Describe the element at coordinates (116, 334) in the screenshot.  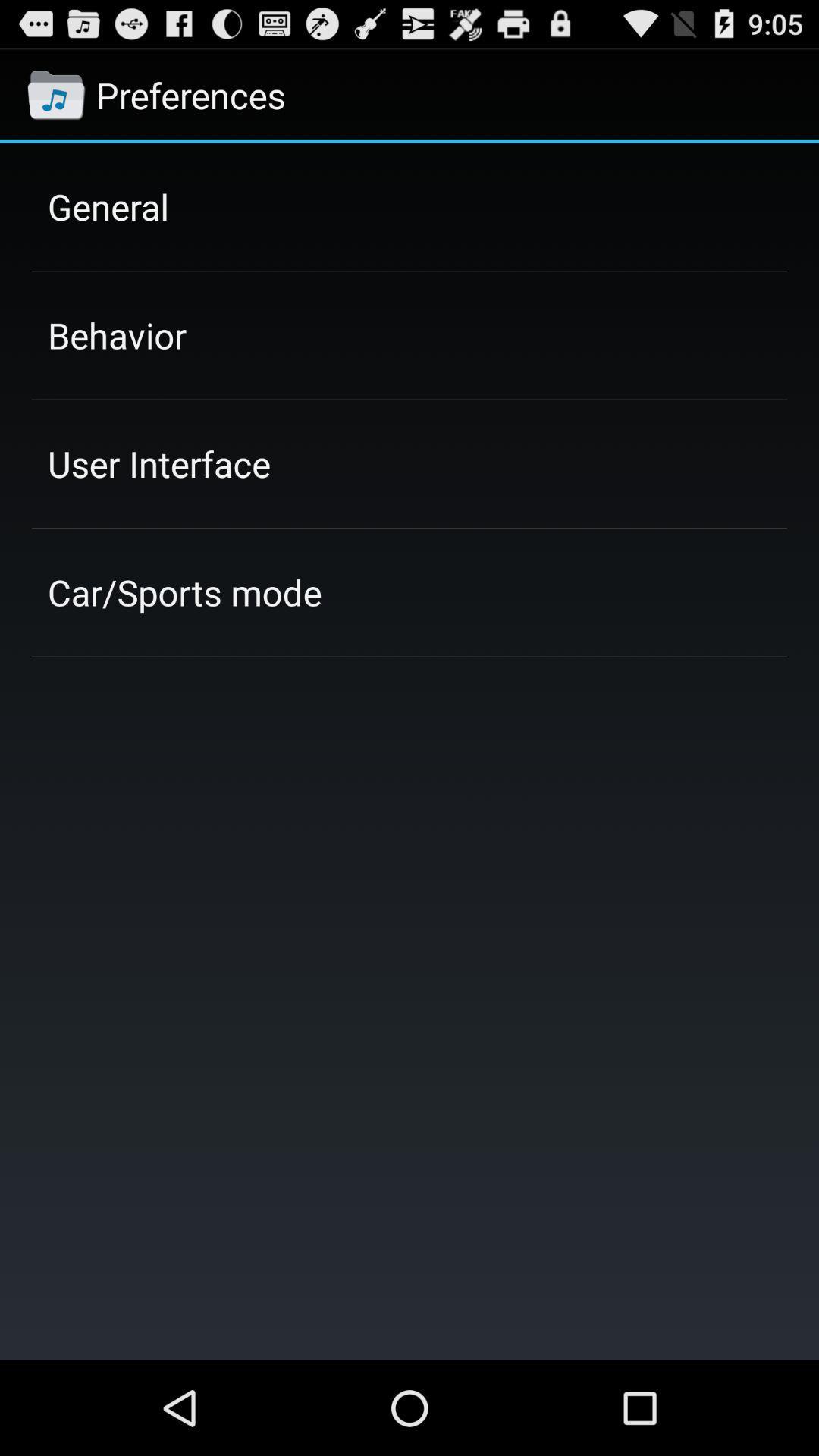
I see `app above the user interface icon` at that location.